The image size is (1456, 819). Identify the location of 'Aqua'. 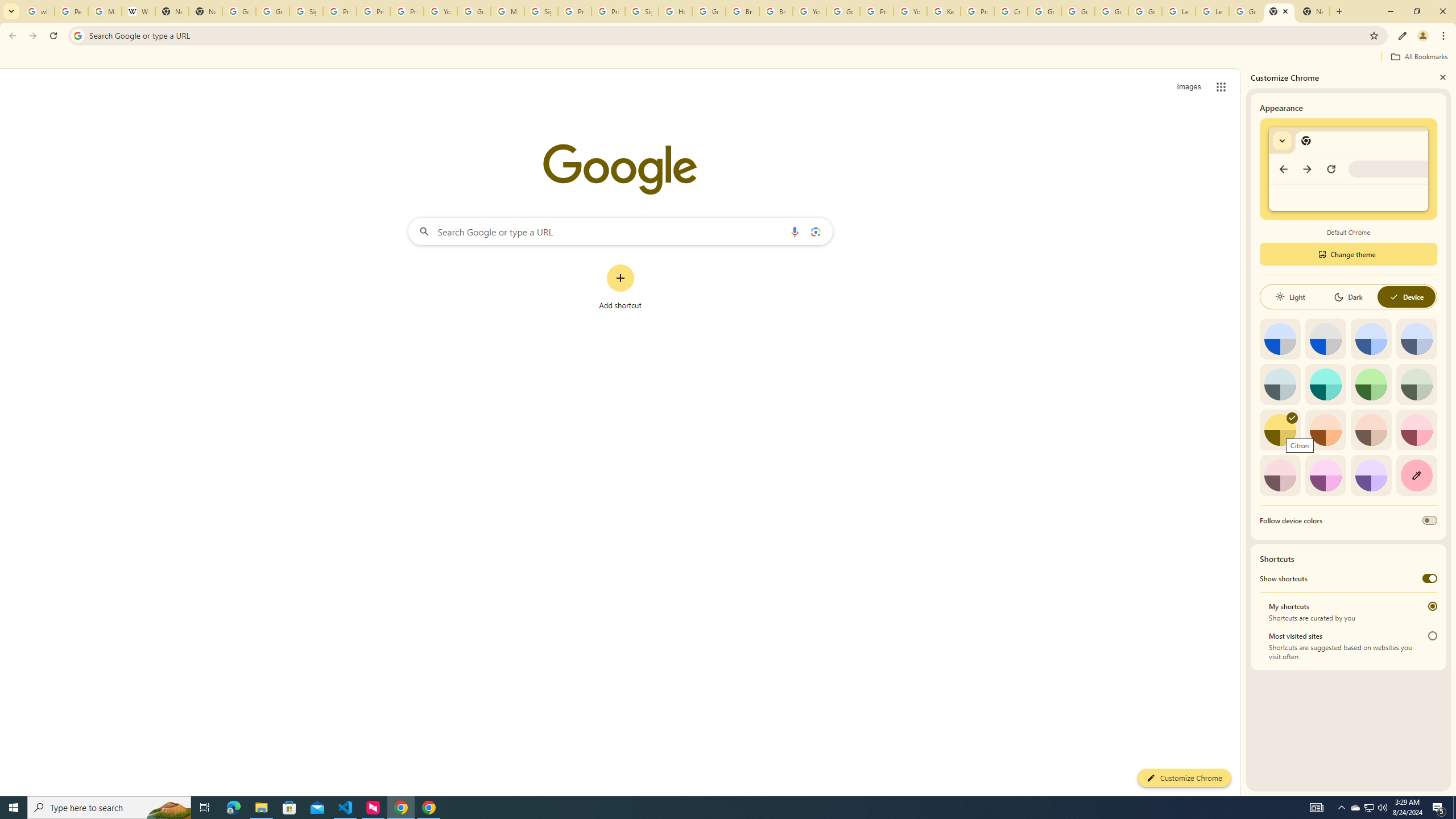
(1325, 383).